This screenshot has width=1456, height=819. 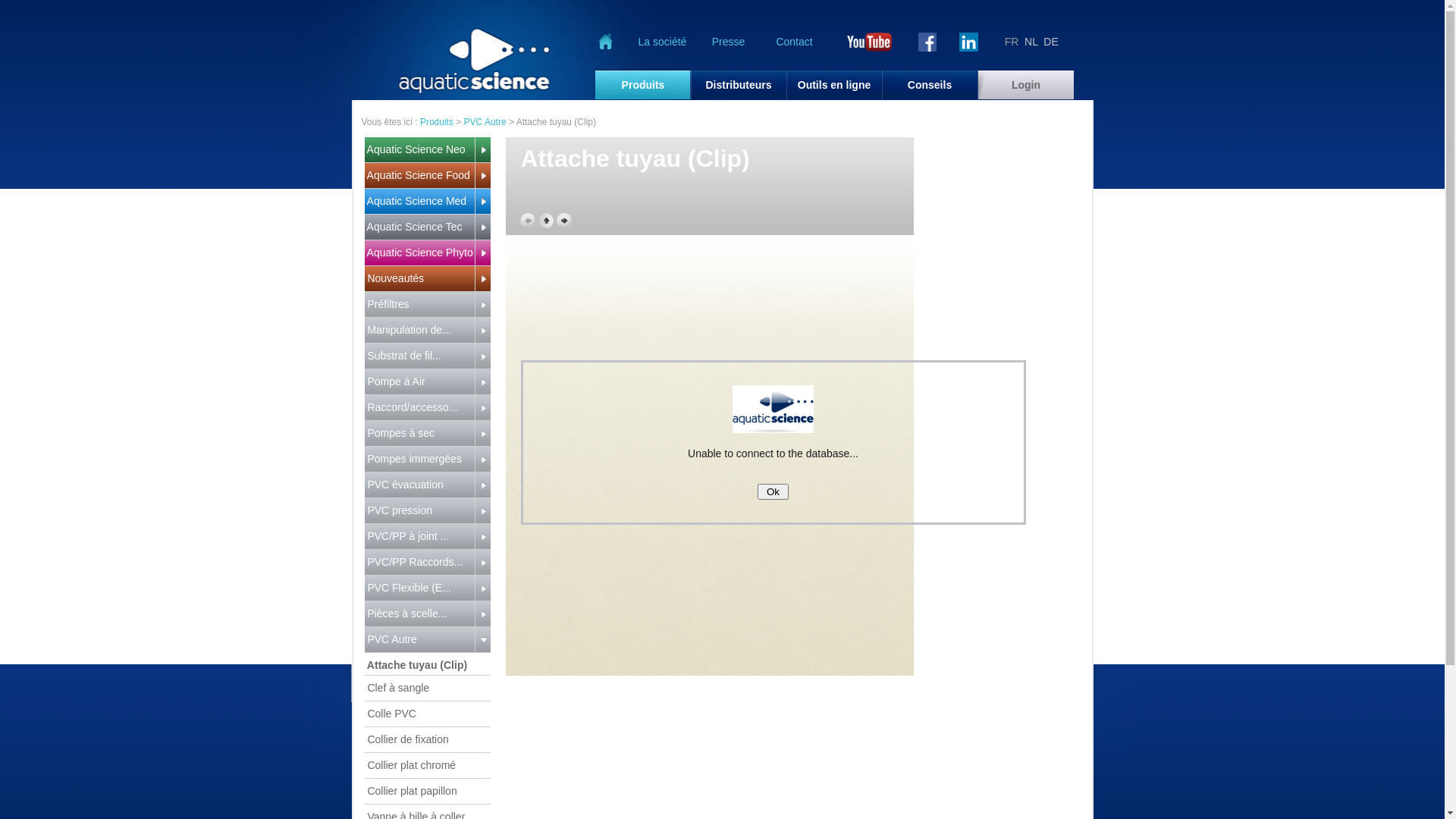 What do you see at coordinates (1031, 40) in the screenshot?
I see `'NL'` at bounding box center [1031, 40].